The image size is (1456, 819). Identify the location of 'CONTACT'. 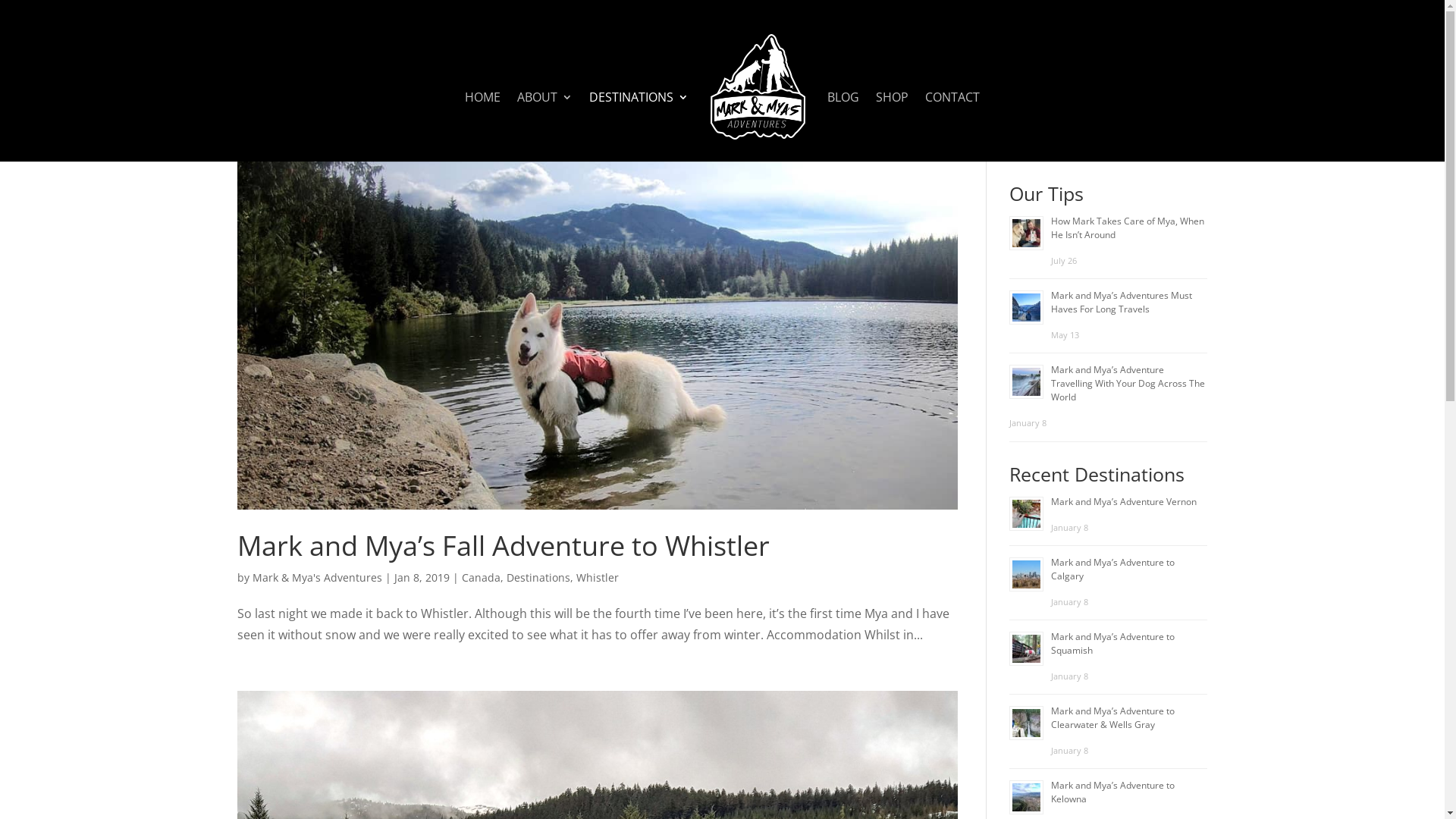
(952, 125).